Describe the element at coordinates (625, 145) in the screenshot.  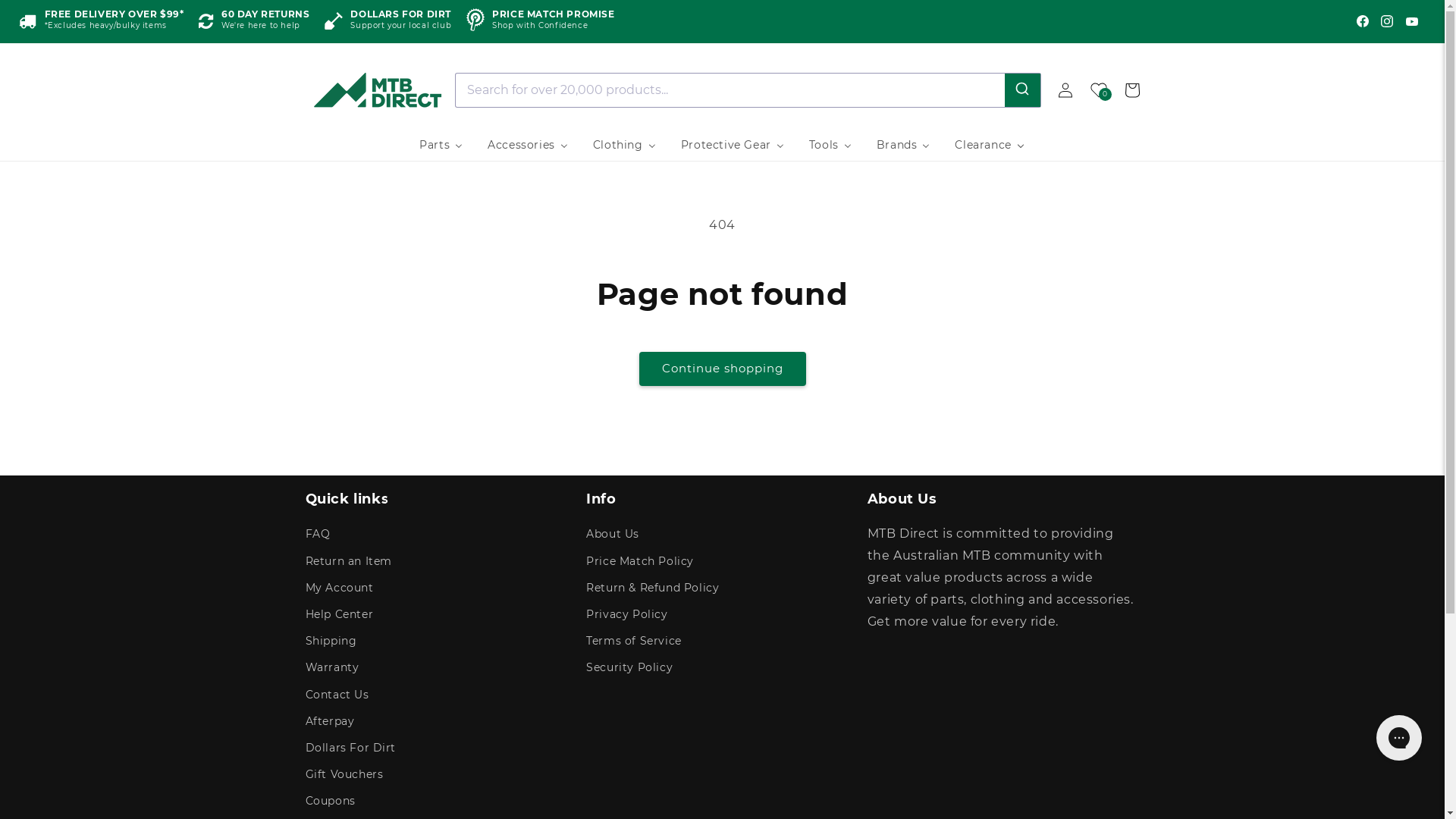
I see `'Clothing'` at that location.